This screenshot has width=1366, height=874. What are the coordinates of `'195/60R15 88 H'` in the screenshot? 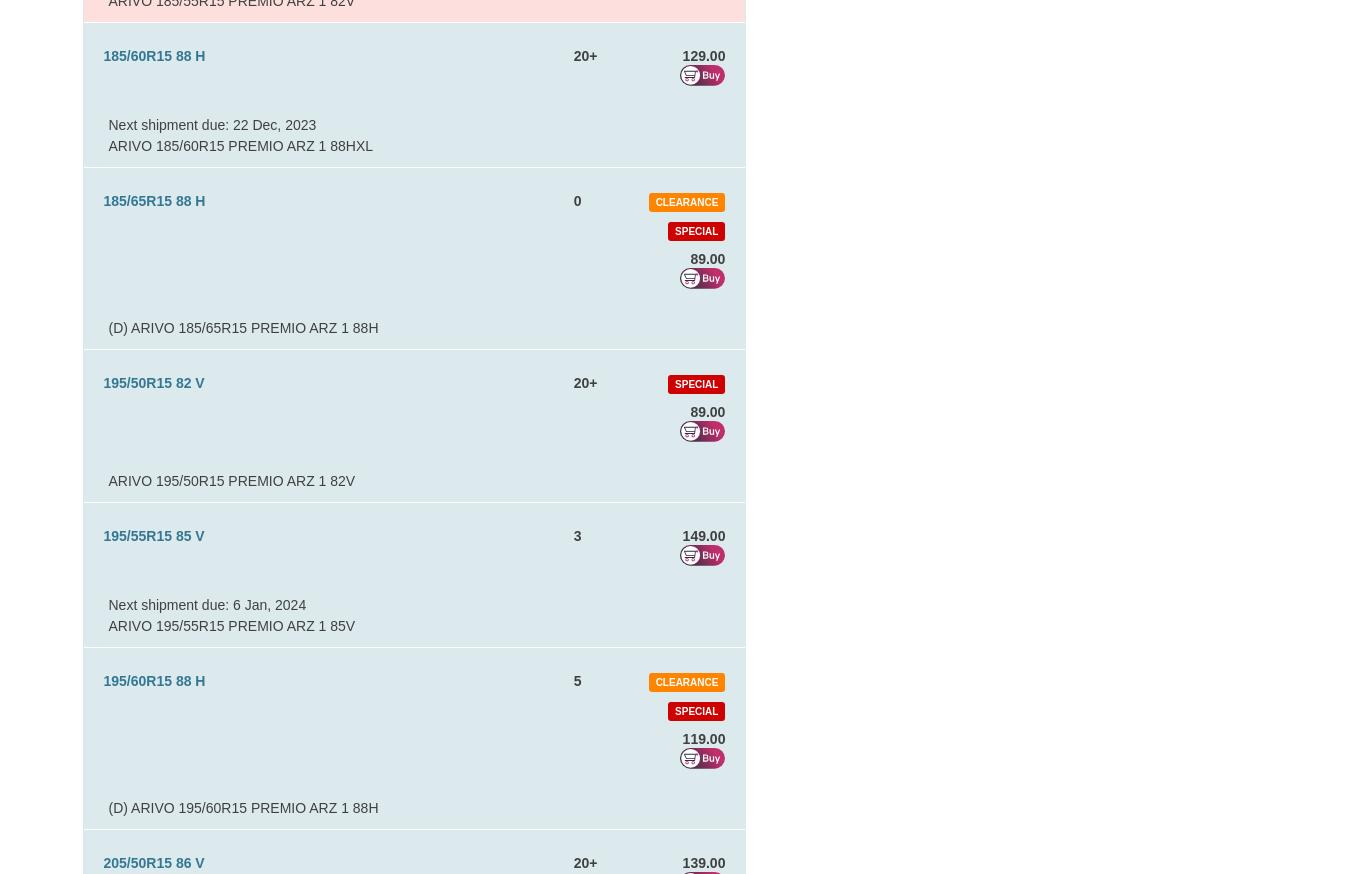 It's located at (152, 681).